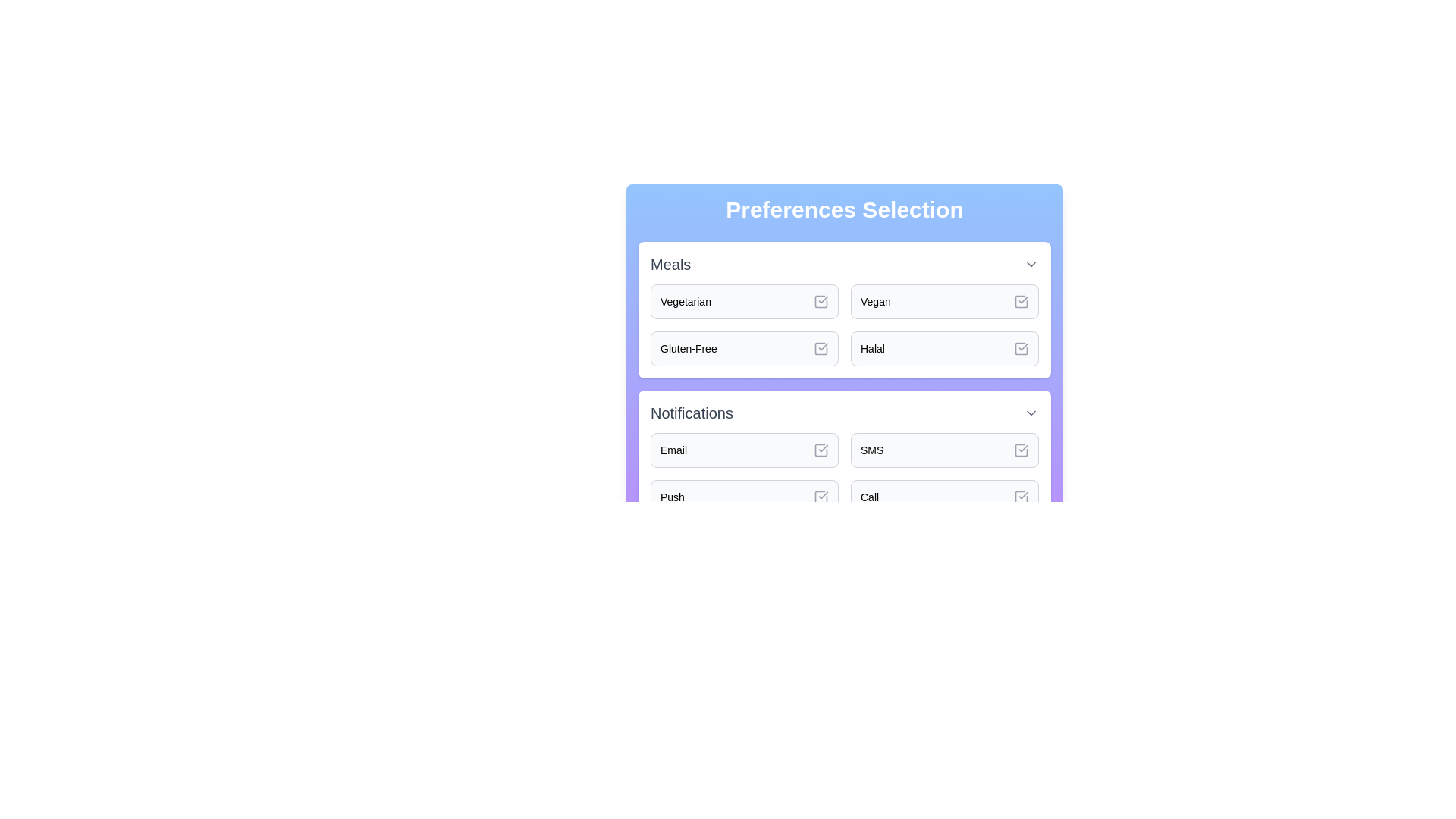 The height and width of the screenshot is (819, 1456). Describe the element at coordinates (821, 301) in the screenshot. I see `the Checkbox icon representing the 'Vegetarian' option under the 'Meals' preferences` at that location.